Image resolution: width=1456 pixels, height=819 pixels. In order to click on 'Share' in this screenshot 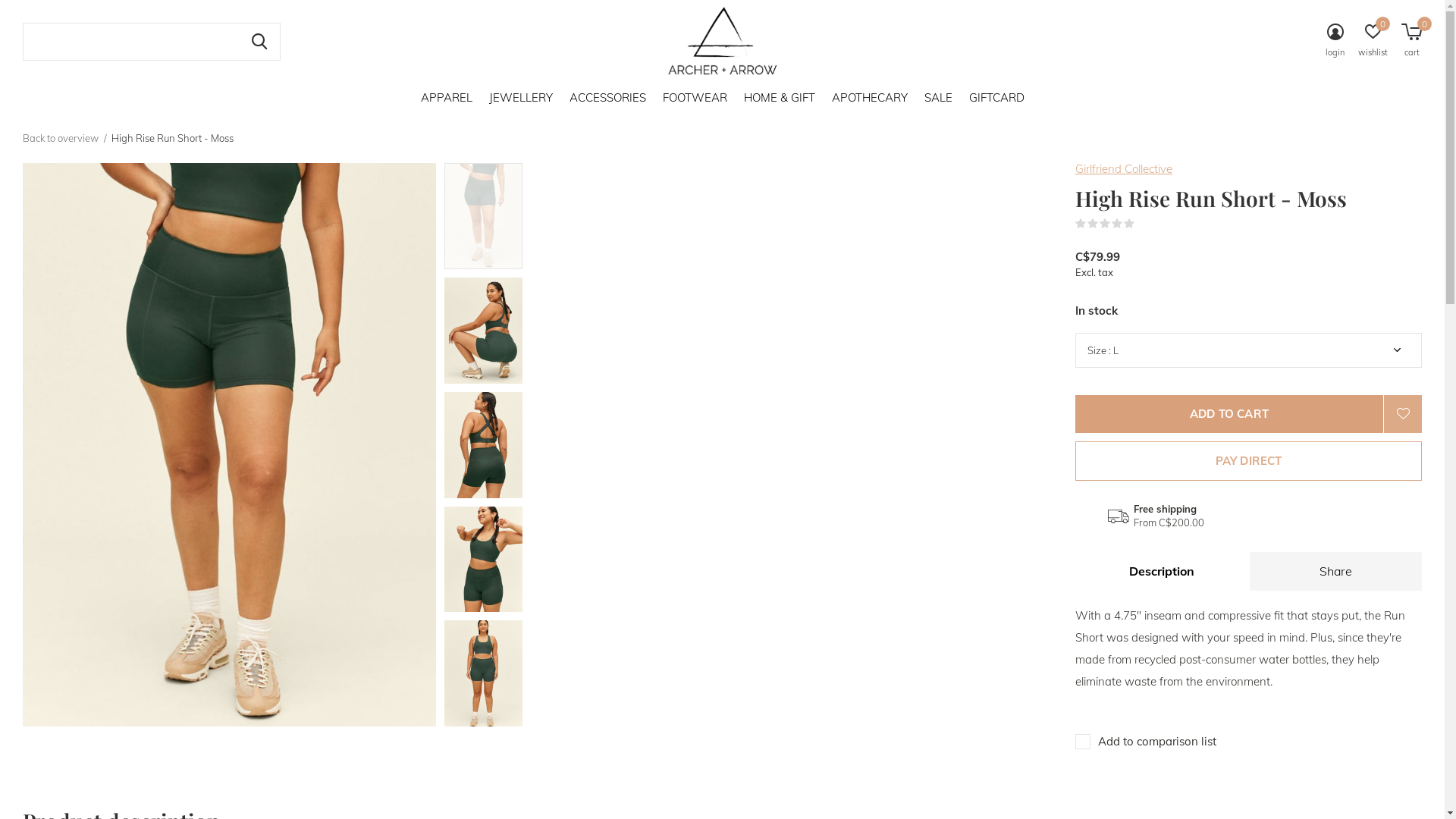, I will do `click(1335, 571)`.